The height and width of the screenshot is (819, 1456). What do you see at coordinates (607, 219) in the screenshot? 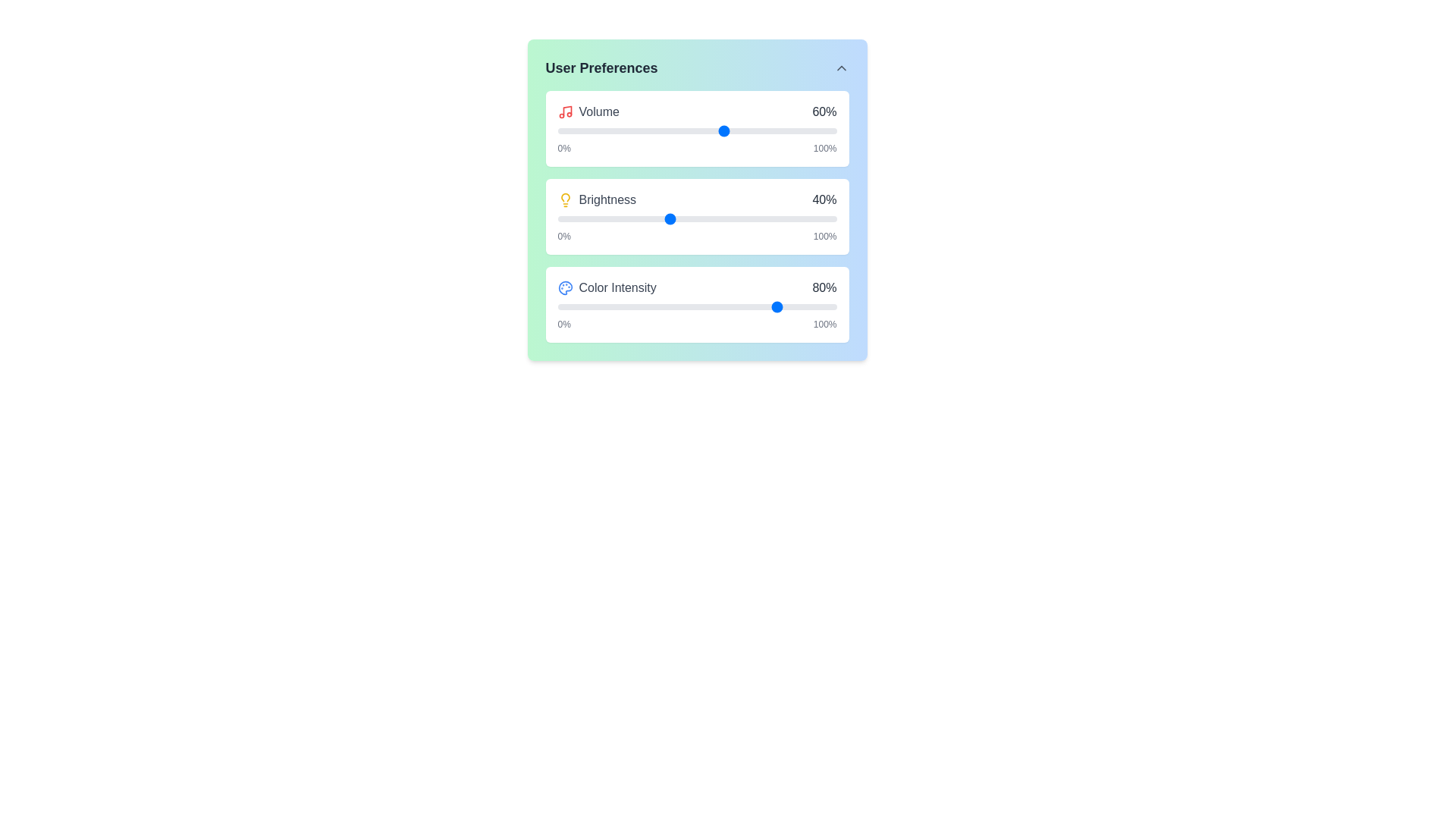
I see `brightness` at bounding box center [607, 219].